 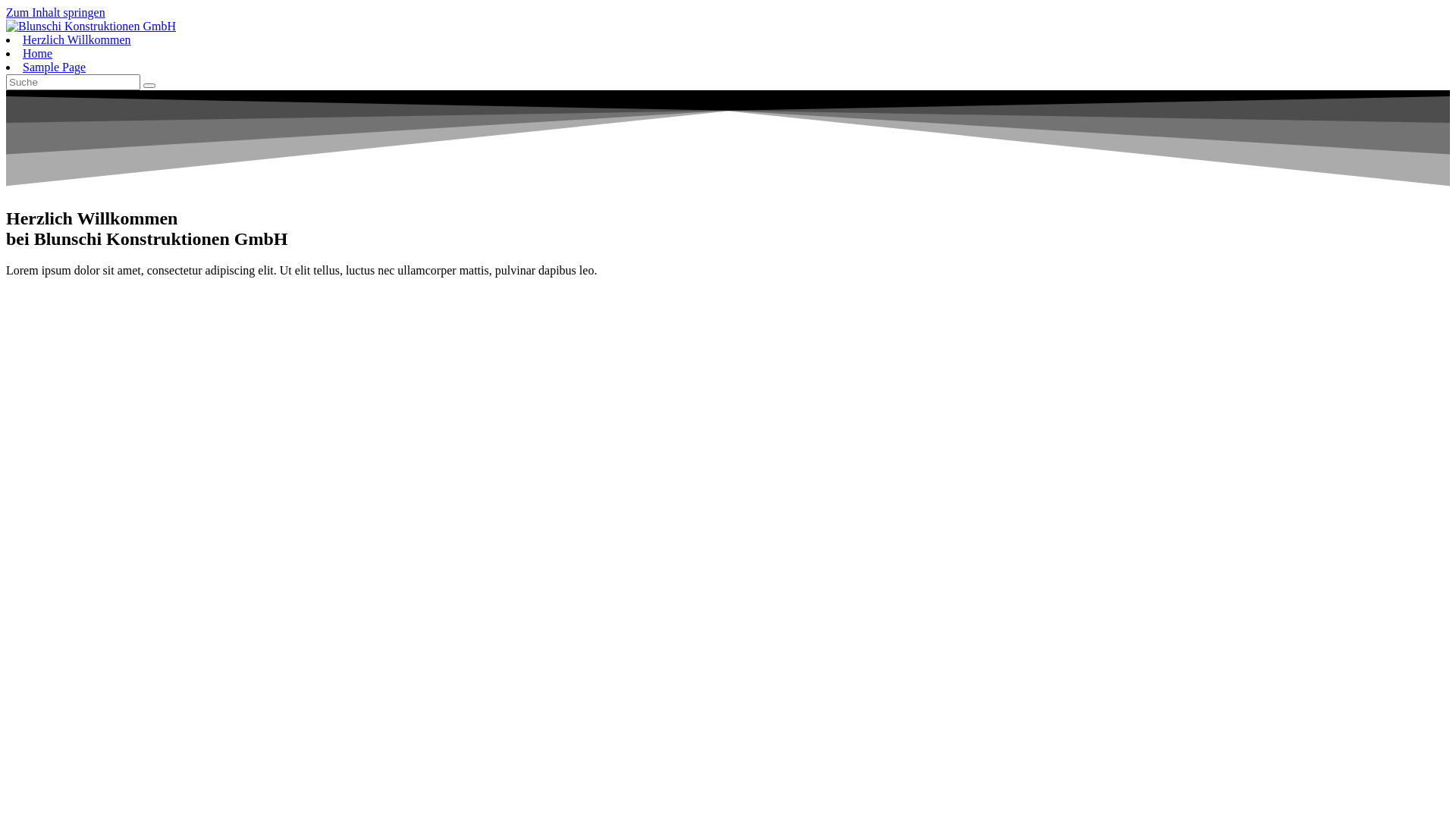 What do you see at coordinates (22, 66) in the screenshot?
I see `'Sample Page'` at bounding box center [22, 66].